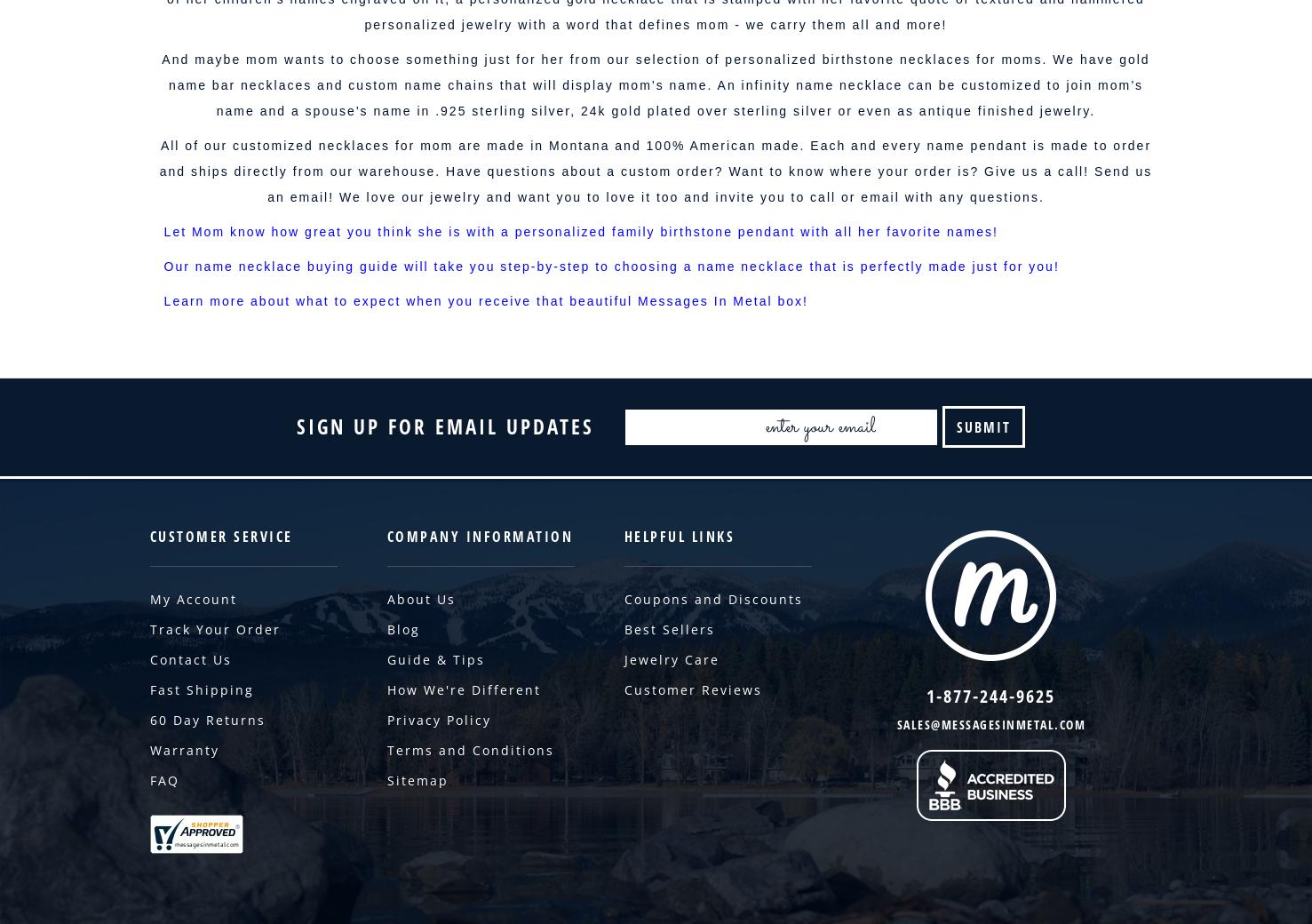 The width and height of the screenshot is (1312, 924). Describe the element at coordinates (147, 719) in the screenshot. I see `'60 Day Returns'` at that location.